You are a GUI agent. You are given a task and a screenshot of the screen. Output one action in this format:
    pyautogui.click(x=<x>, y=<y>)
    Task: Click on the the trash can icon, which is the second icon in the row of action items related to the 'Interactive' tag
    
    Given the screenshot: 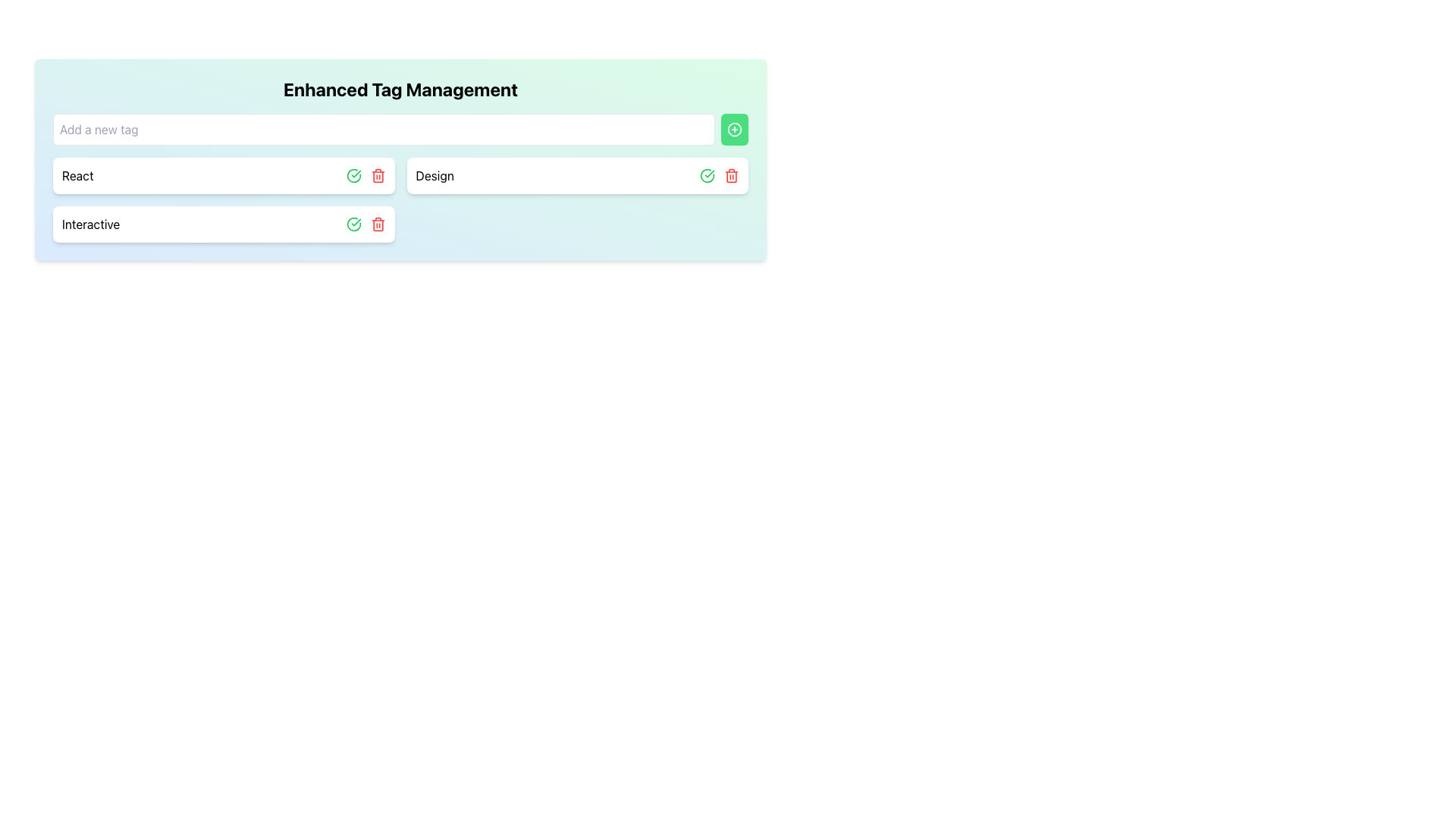 What is the action you would take?
    pyautogui.click(x=378, y=174)
    